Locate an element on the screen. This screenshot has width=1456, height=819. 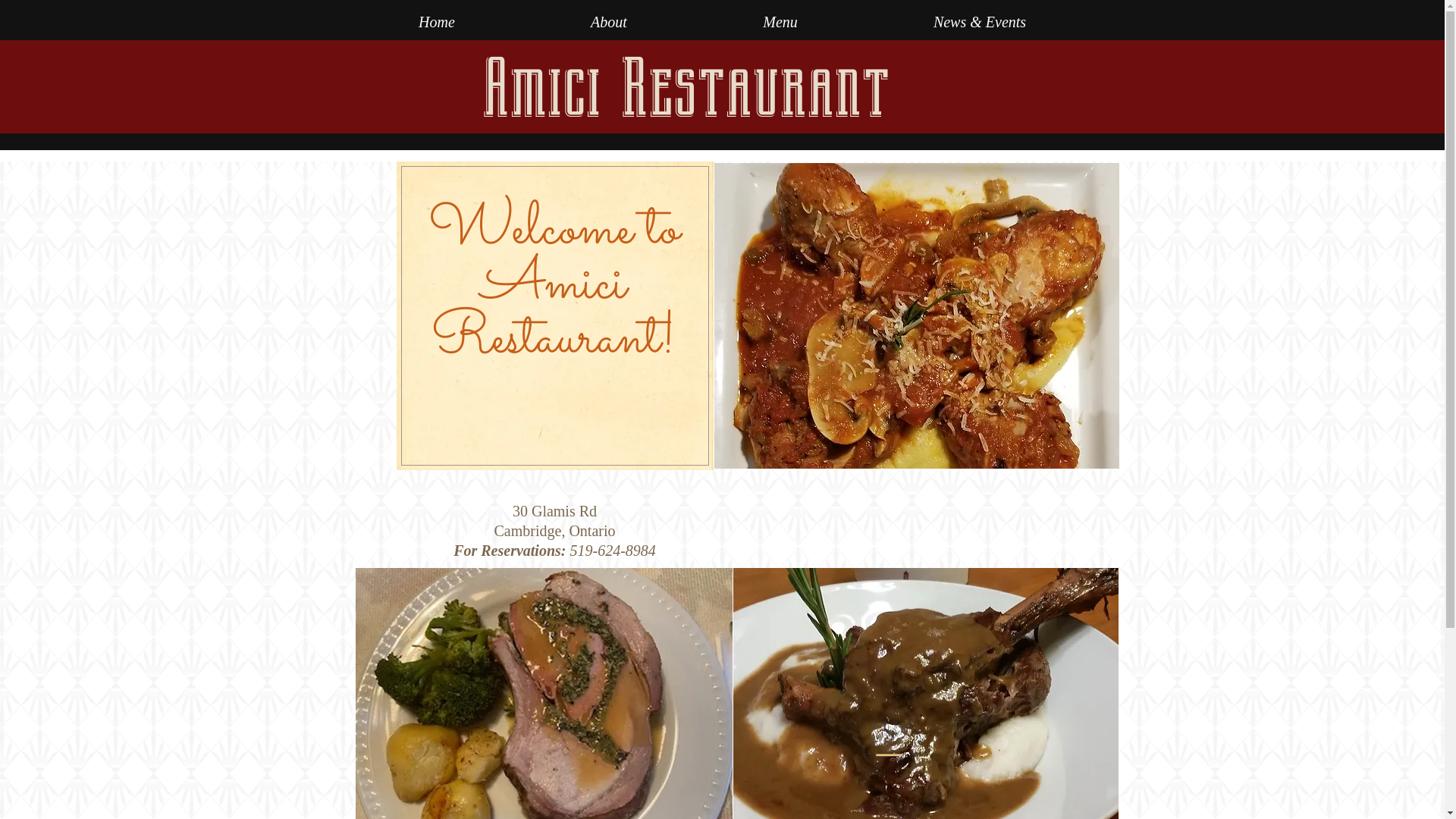
'About' is located at coordinates (523, 22).